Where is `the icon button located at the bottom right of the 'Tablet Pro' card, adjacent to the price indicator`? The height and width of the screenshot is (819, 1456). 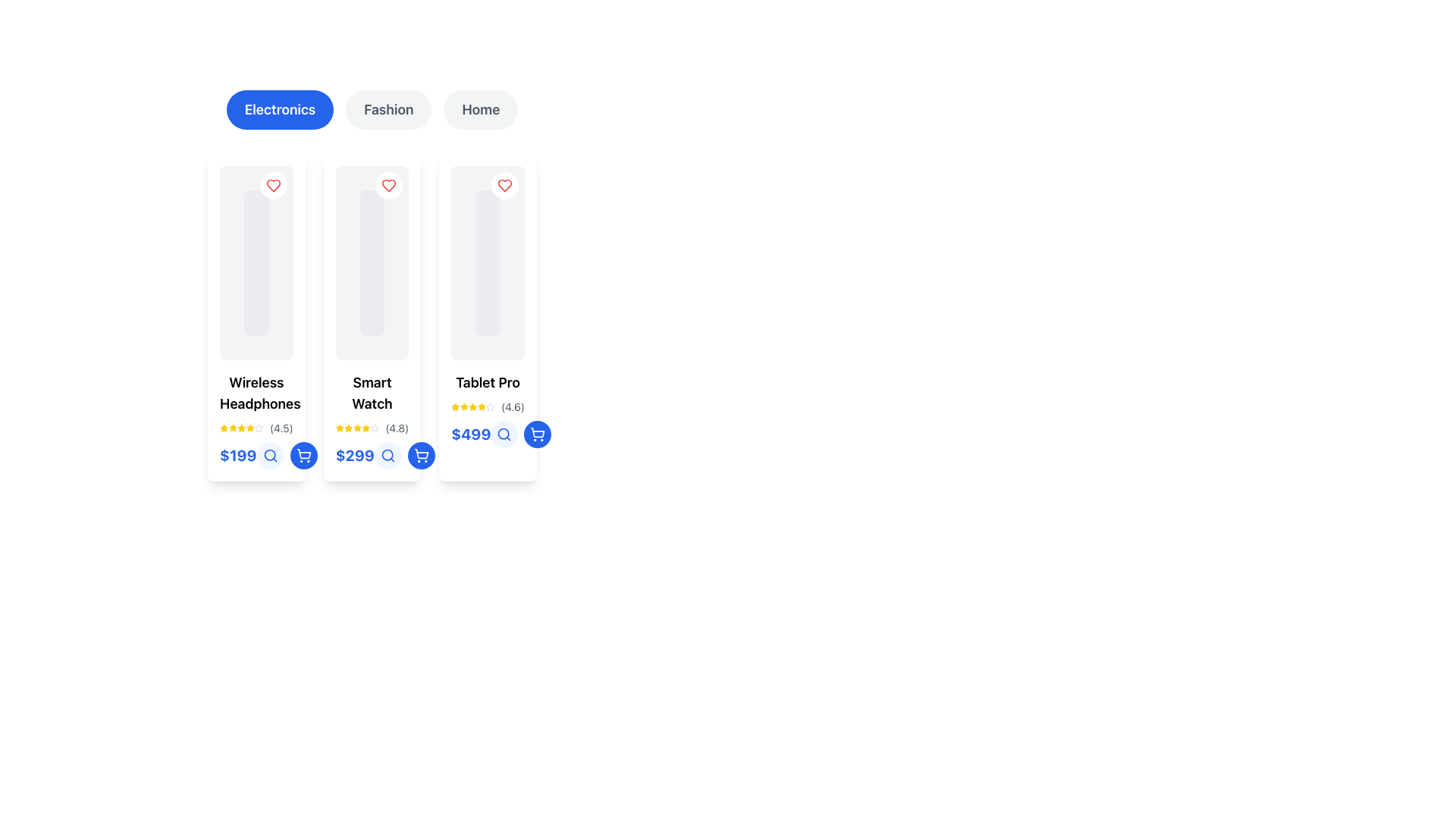 the icon button located at the bottom right of the 'Tablet Pro' card, adjacent to the price indicator is located at coordinates (504, 435).